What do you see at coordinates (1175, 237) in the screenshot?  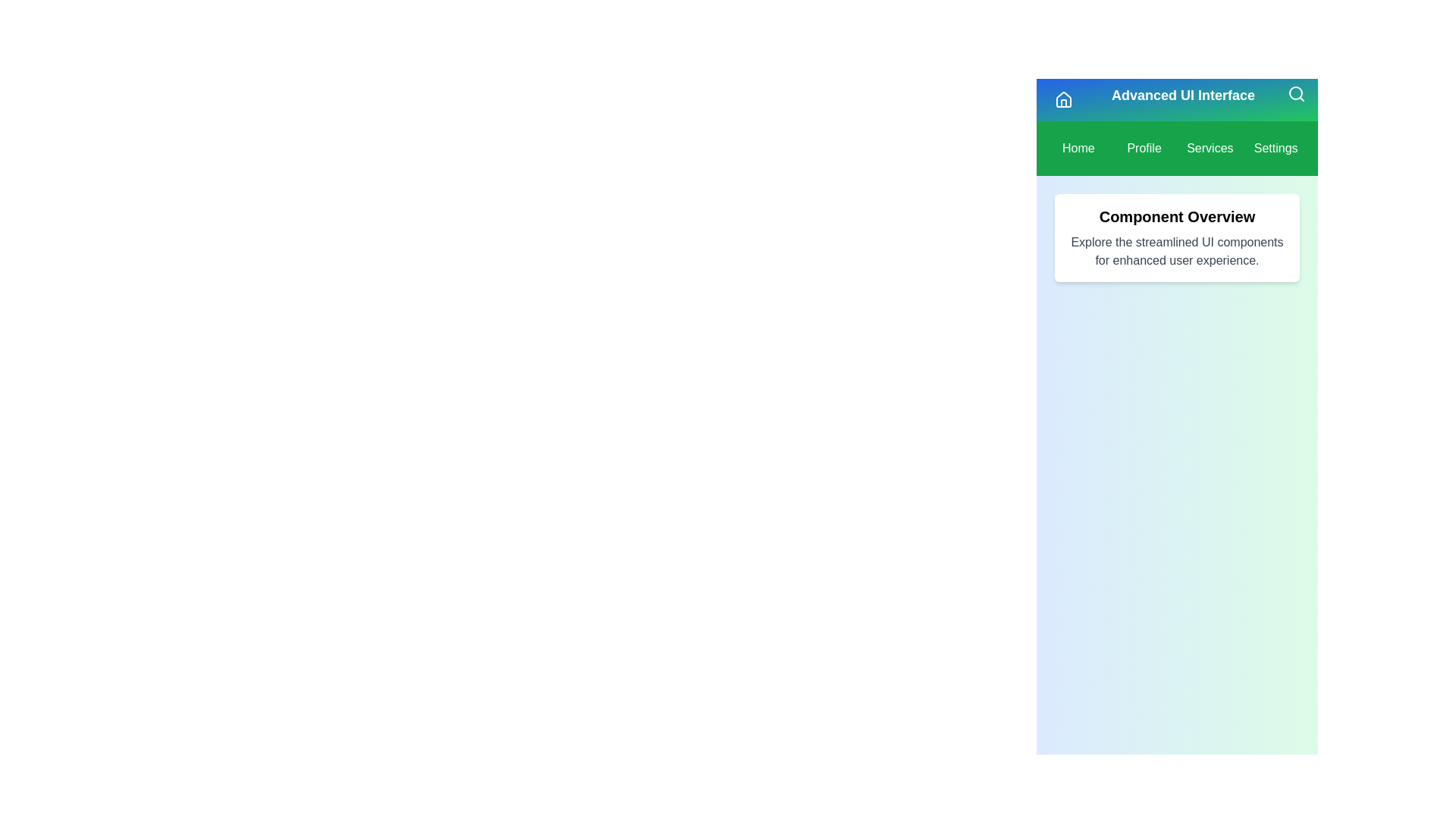 I see `the 'Component Overview' section to focus or highlight it` at bounding box center [1175, 237].